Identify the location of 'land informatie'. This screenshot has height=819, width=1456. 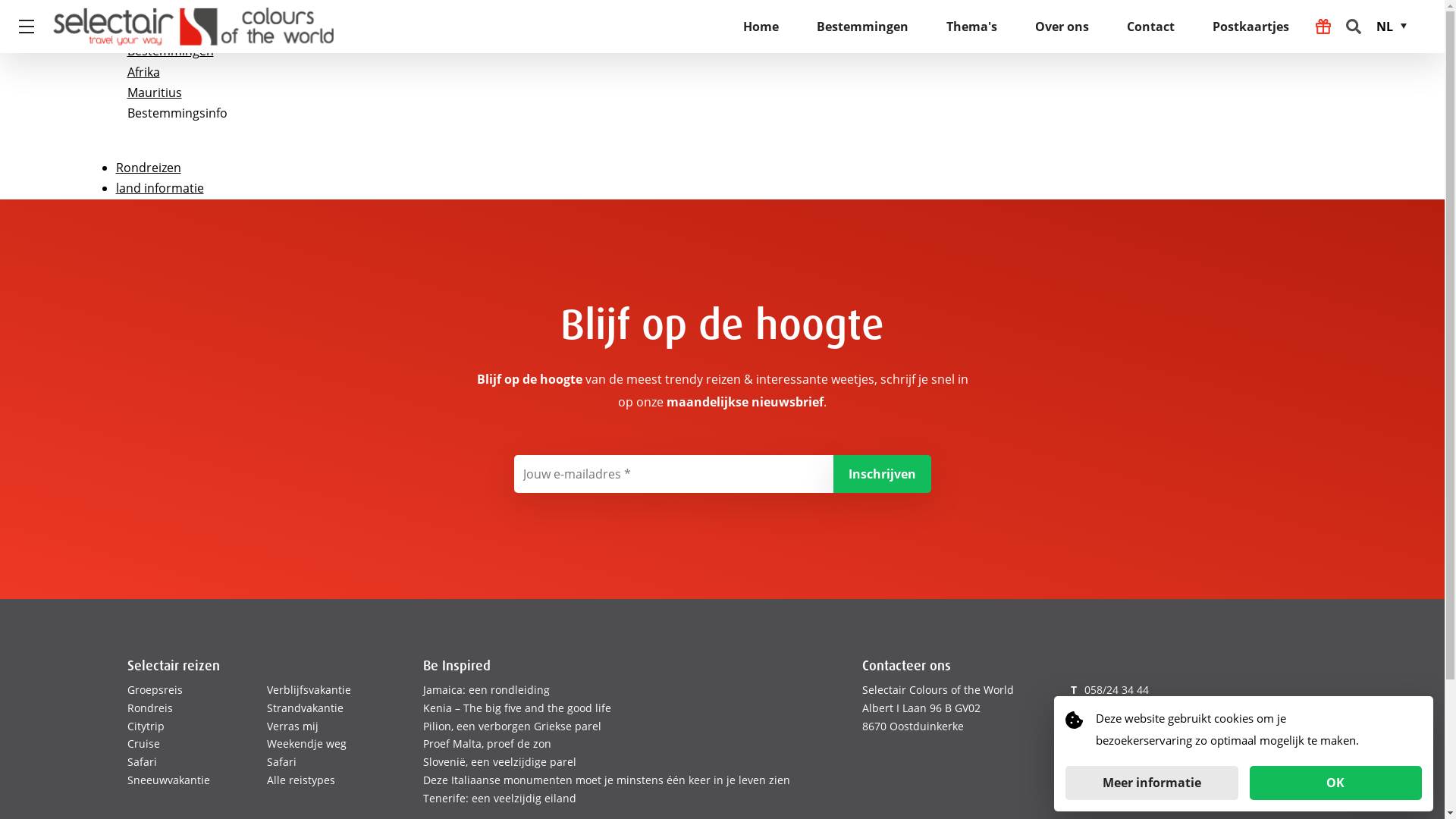
(115, 187).